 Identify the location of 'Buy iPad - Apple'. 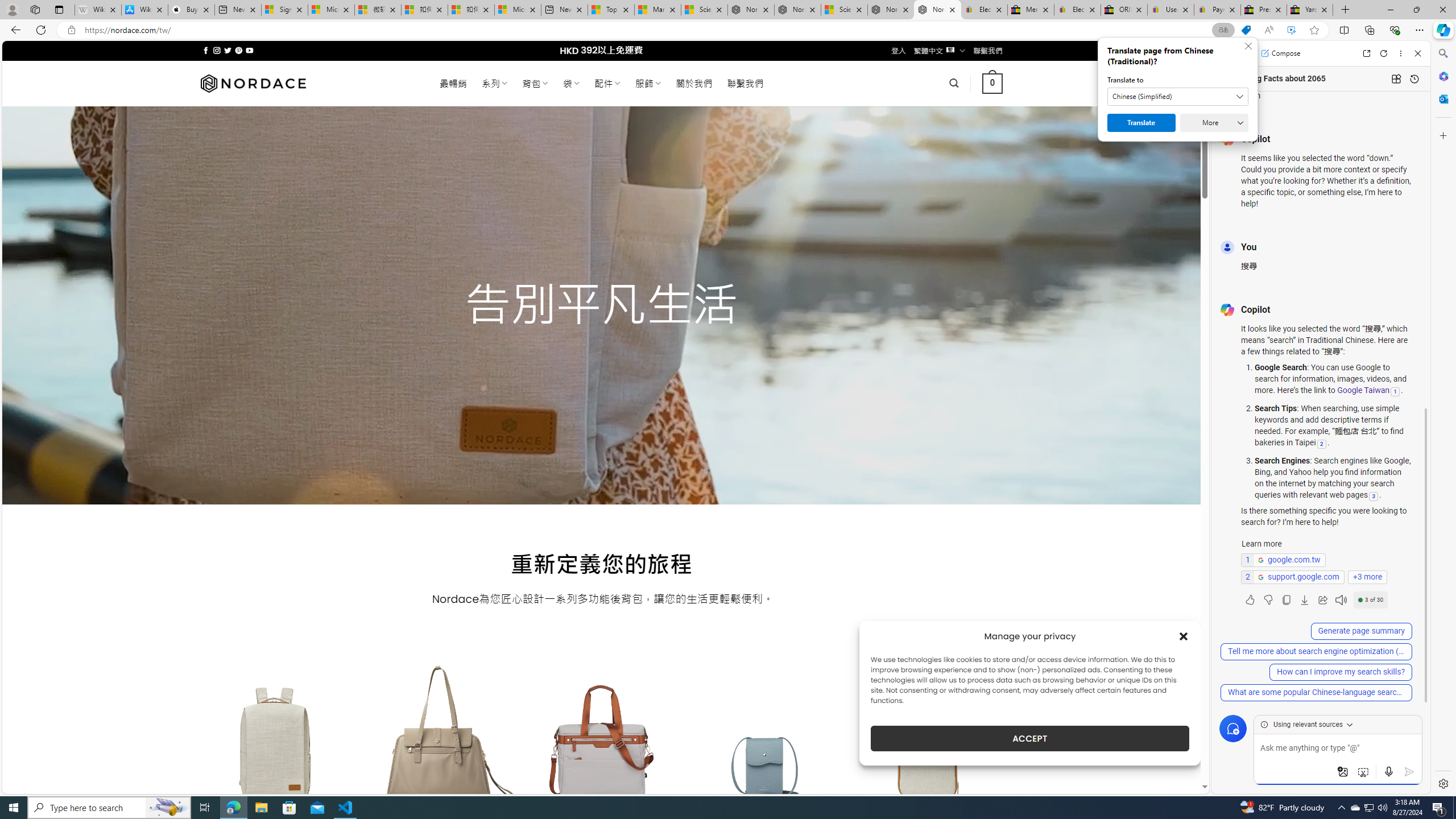
(191, 9).